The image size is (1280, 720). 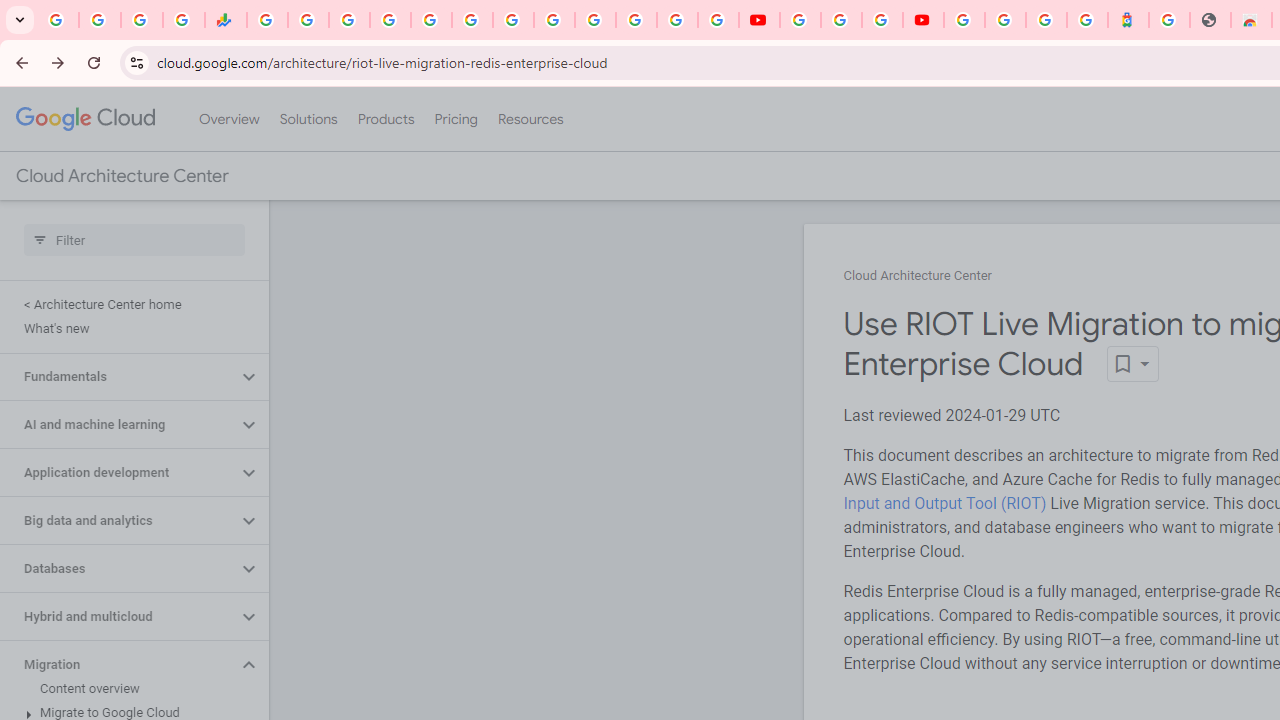 What do you see at coordinates (964, 20) in the screenshot?
I see `'Sign in - Google Accounts'` at bounding box center [964, 20].